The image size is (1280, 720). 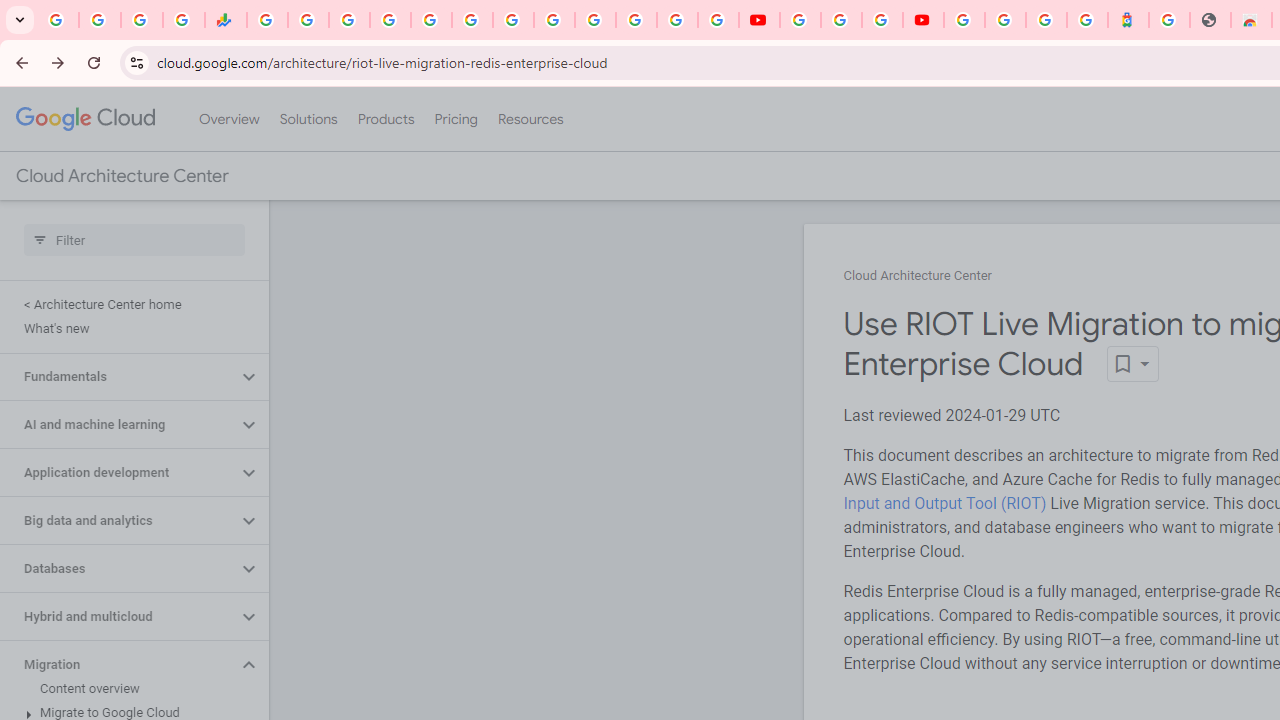 What do you see at coordinates (964, 20) in the screenshot?
I see `'Sign in - Google Accounts'` at bounding box center [964, 20].